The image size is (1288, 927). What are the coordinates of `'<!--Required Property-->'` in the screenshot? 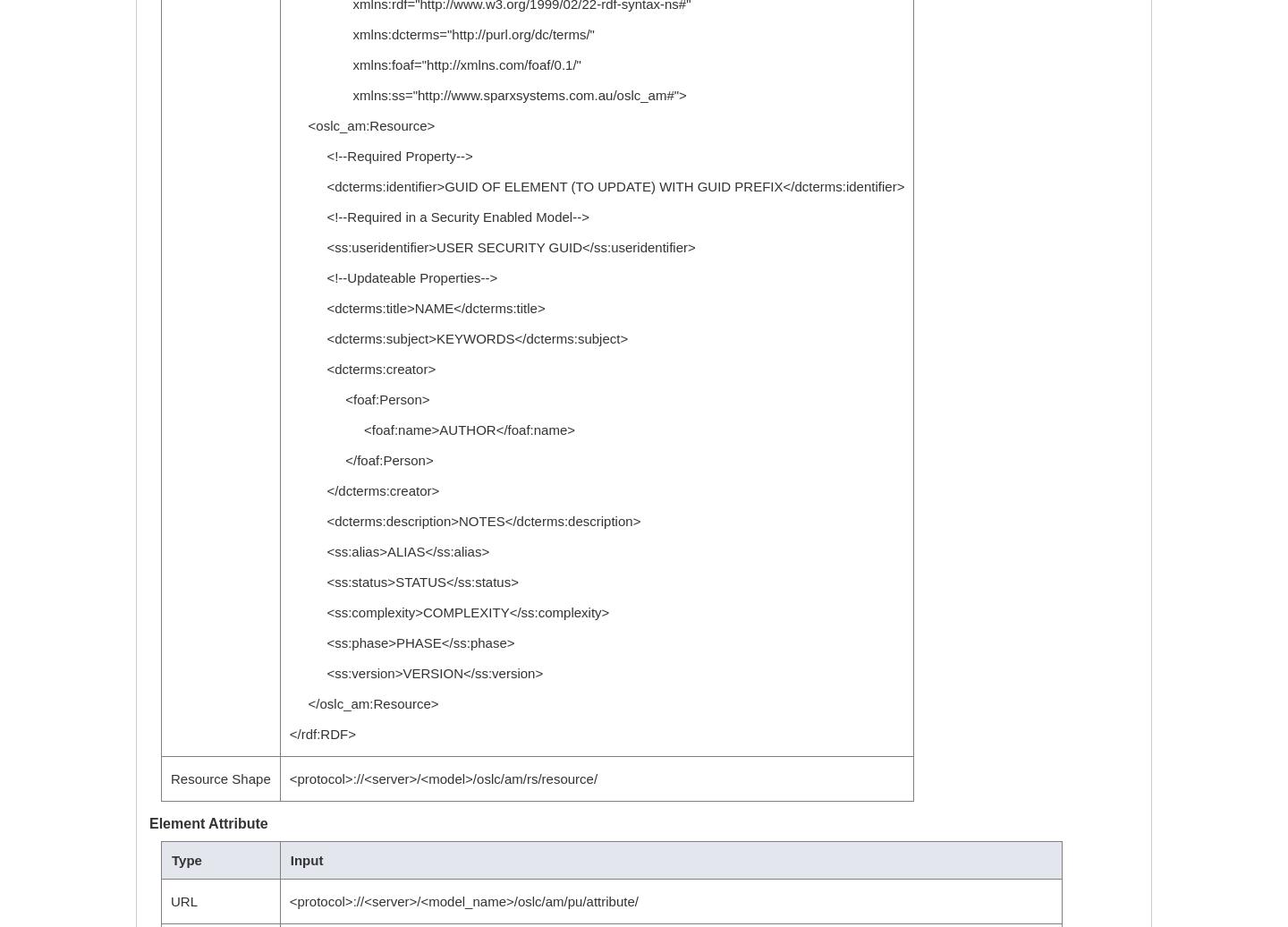 It's located at (380, 156).